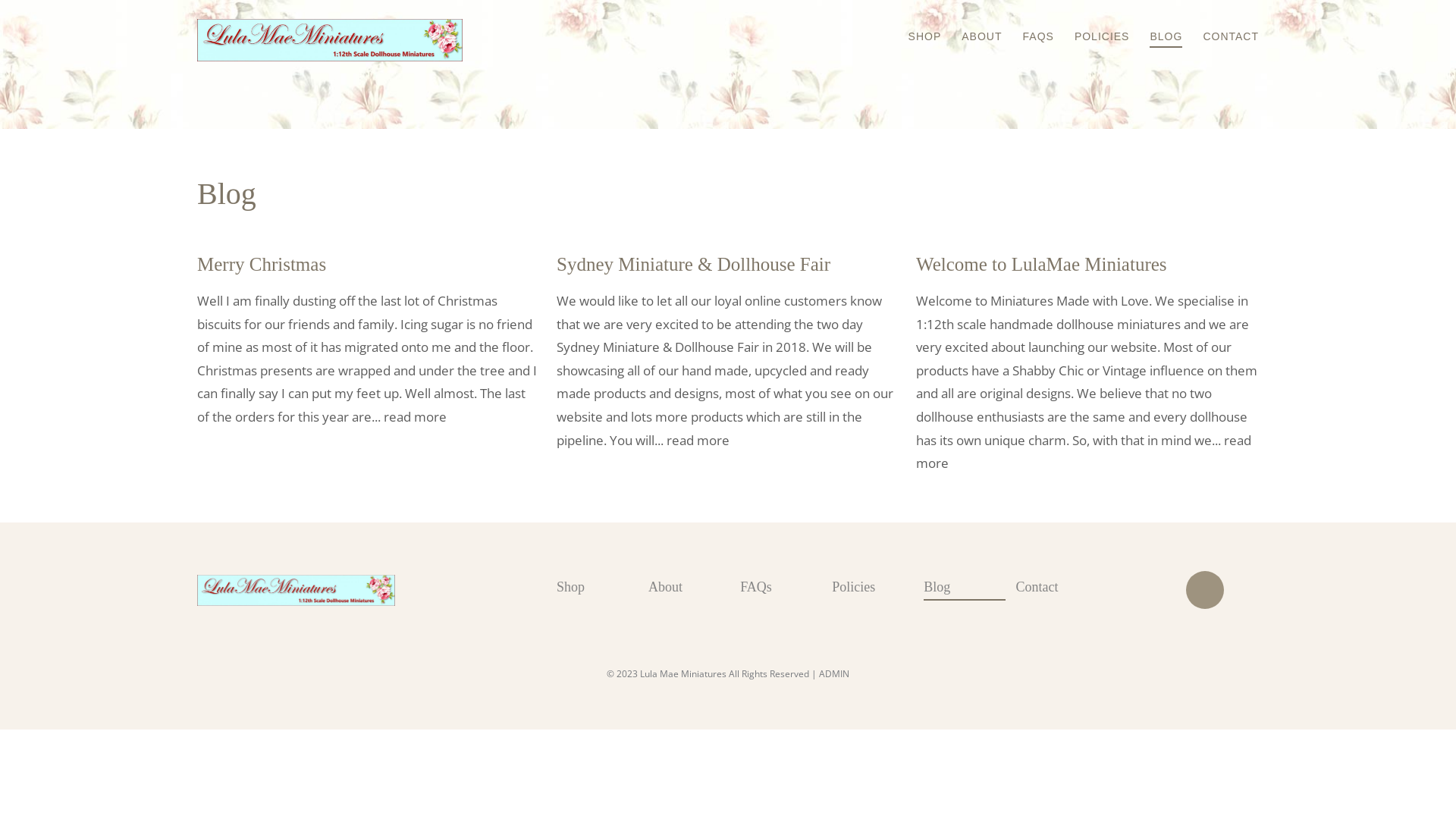 The width and height of the screenshot is (1456, 819). Describe the element at coordinates (1030, 26) in the screenshot. I see `'FAQS'` at that location.